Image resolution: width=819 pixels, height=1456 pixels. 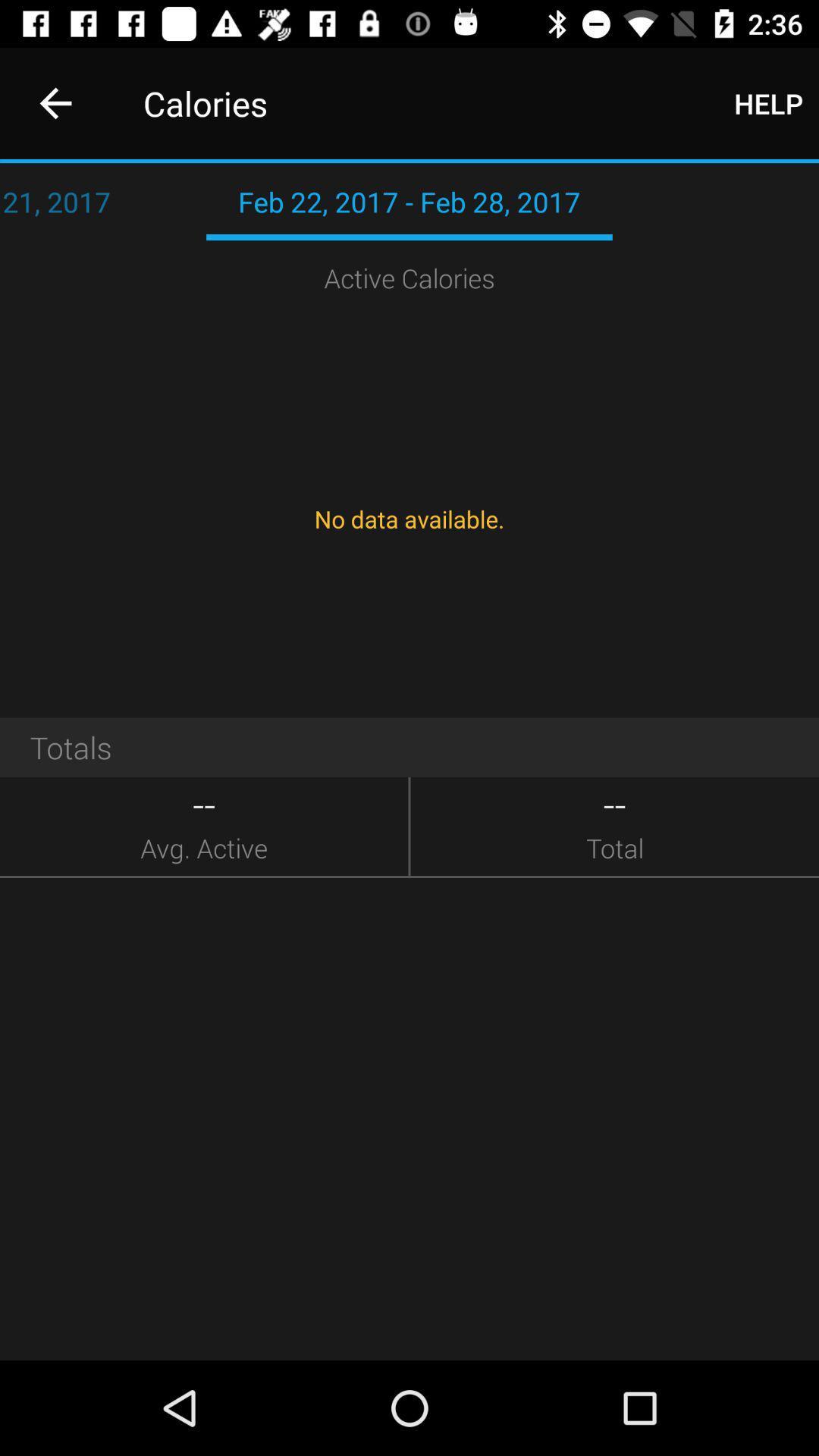 What do you see at coordinates (55, 102) in the screenshot?
I see `item to the left of calories icon` at bounding box center [55, 102].